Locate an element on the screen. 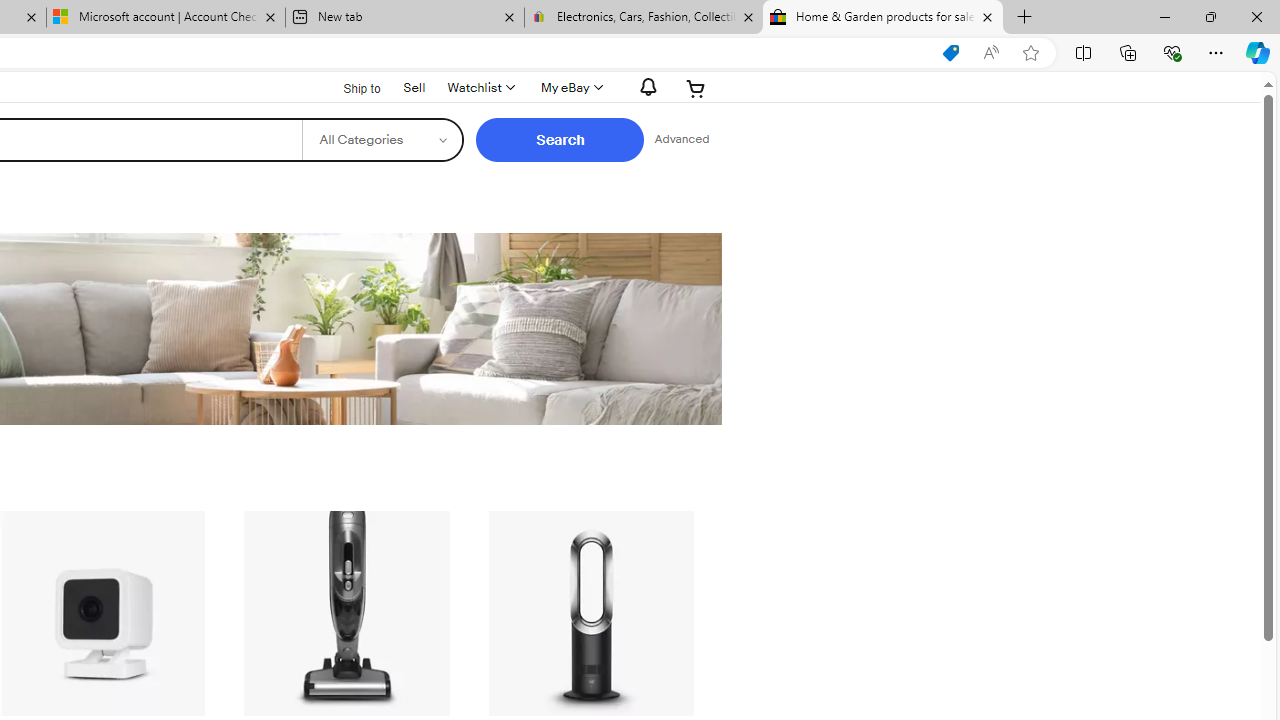 The height and width of the screenshot is (720, 1280). 'Add this page to favorites (Ctrl+D)' is located at coordinates (1031, 52).